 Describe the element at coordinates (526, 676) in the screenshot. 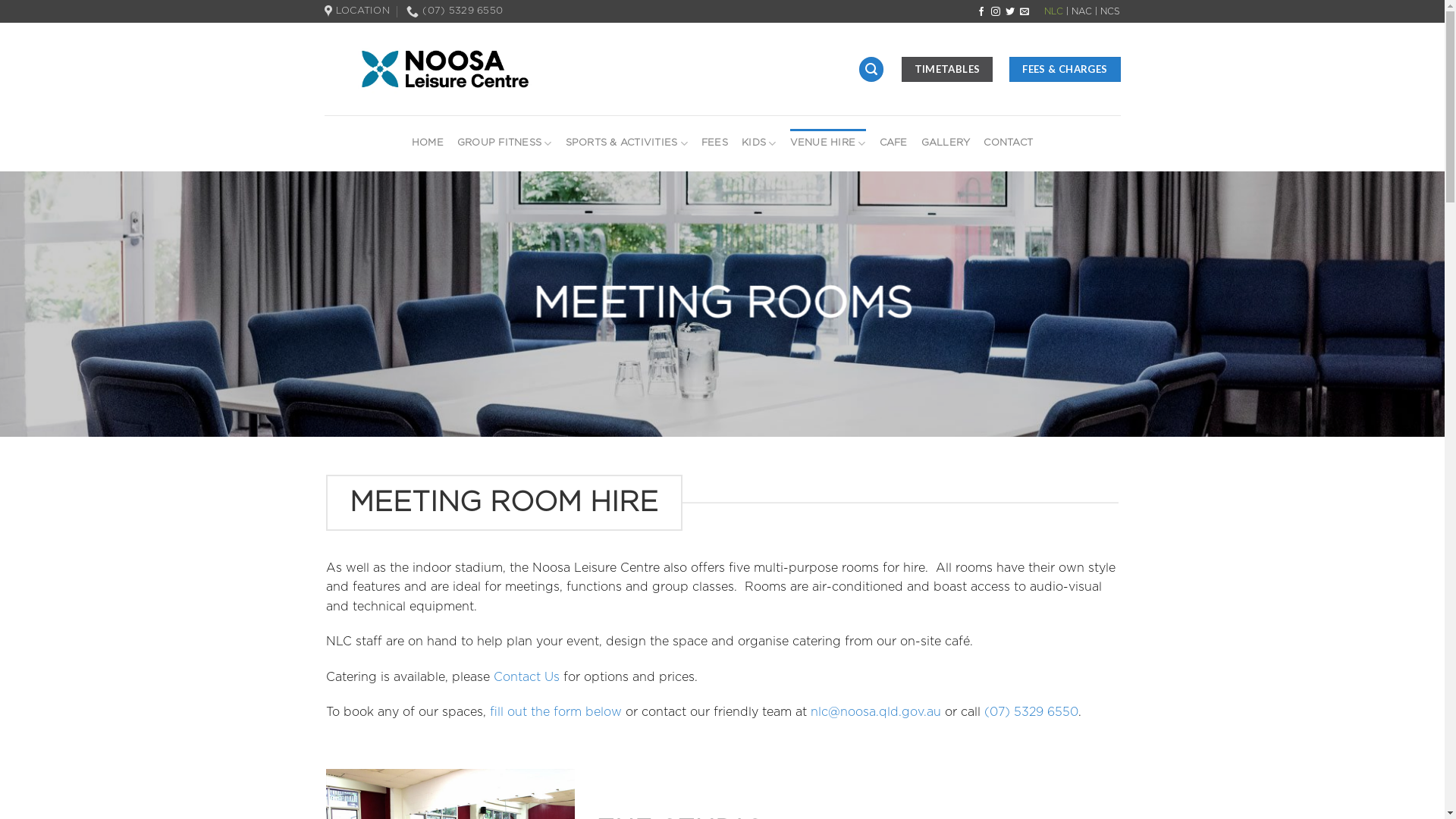

I see `'Contact Us'` at that location.